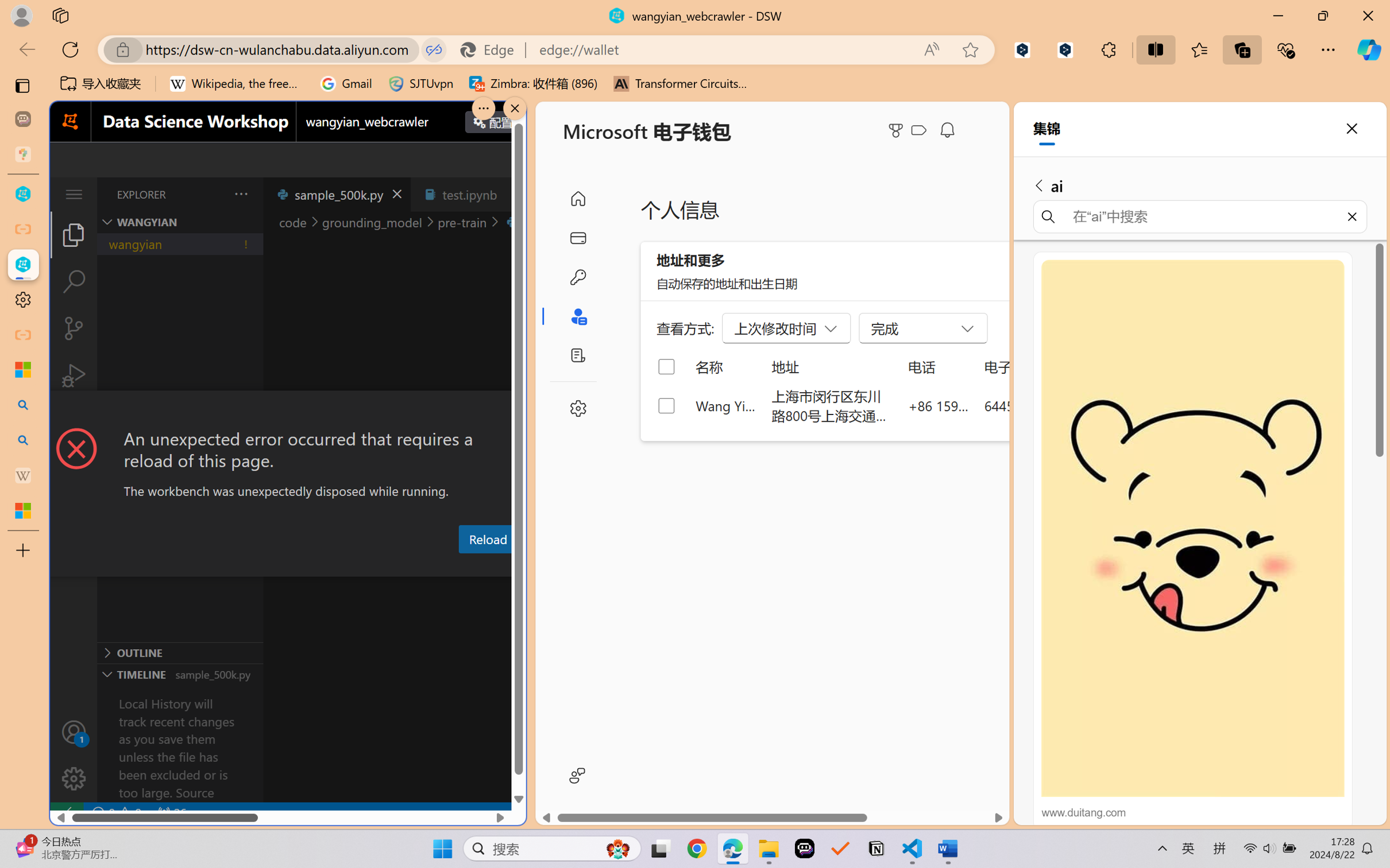 This screenshot has width=1390, height=868. What do you see at coordinates (115, 812) in the screenshot?
I see `'No Problems'` at bounding box center [115, 812].